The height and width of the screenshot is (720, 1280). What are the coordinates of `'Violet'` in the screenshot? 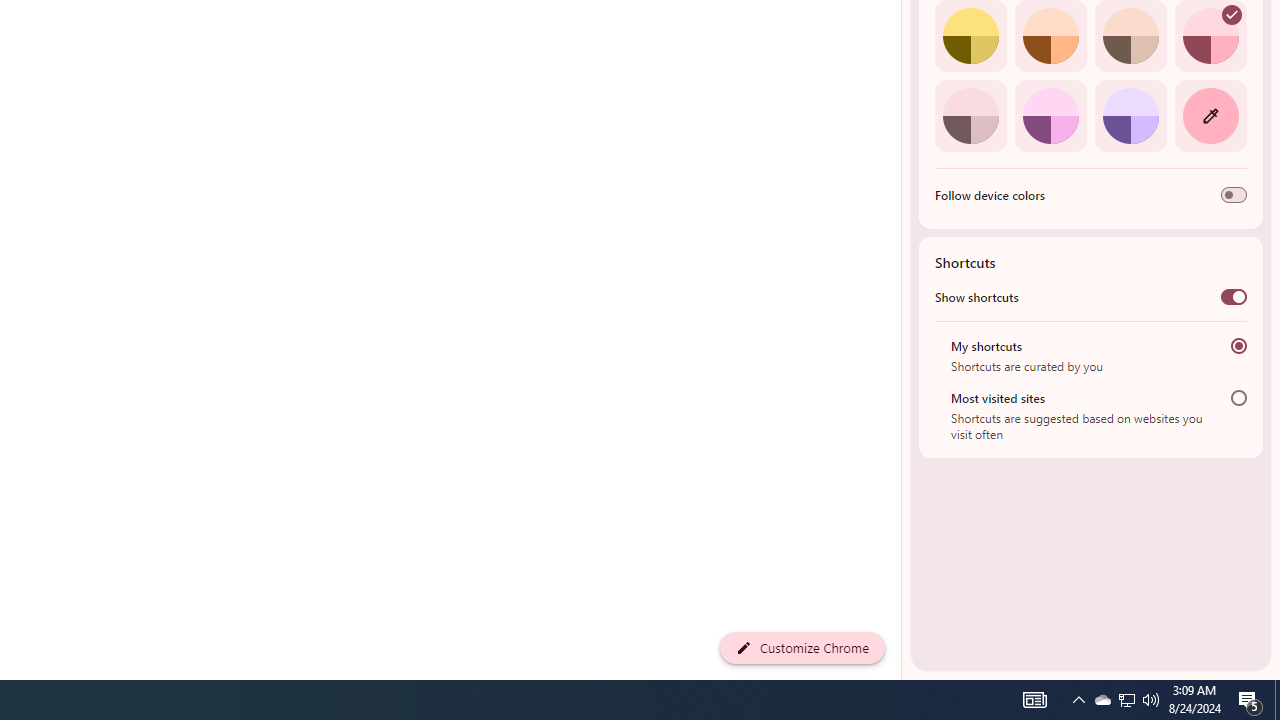 It's located at (1130, 115).